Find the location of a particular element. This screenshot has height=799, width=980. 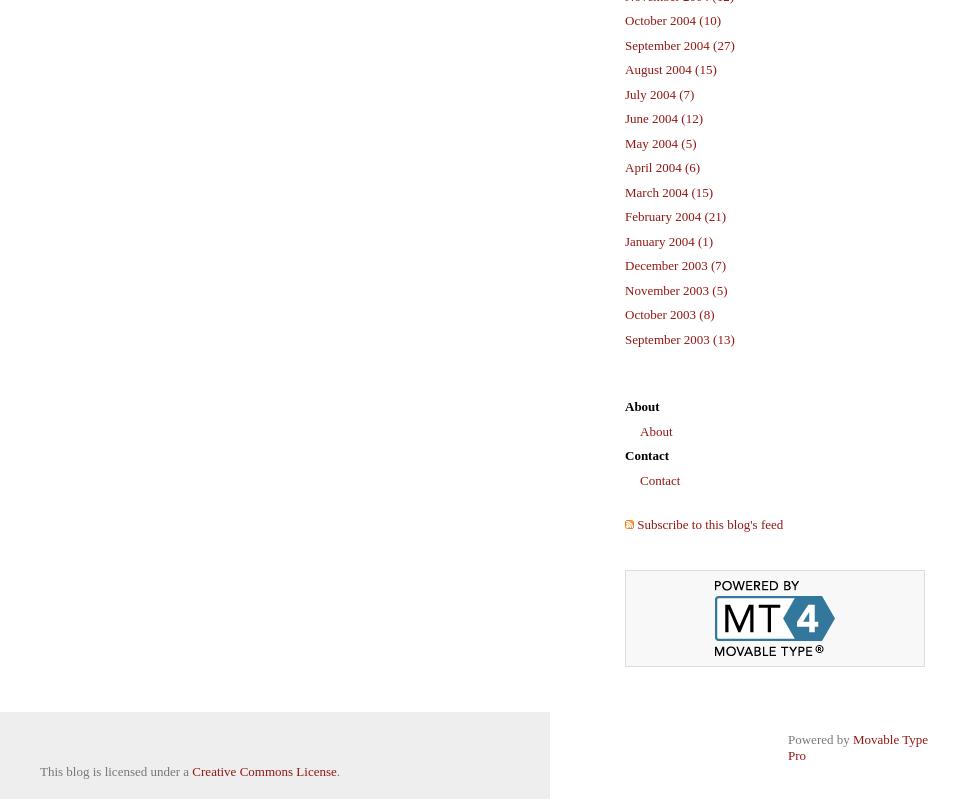

'September 2003 (13)' is located at coordinates (625, 338).